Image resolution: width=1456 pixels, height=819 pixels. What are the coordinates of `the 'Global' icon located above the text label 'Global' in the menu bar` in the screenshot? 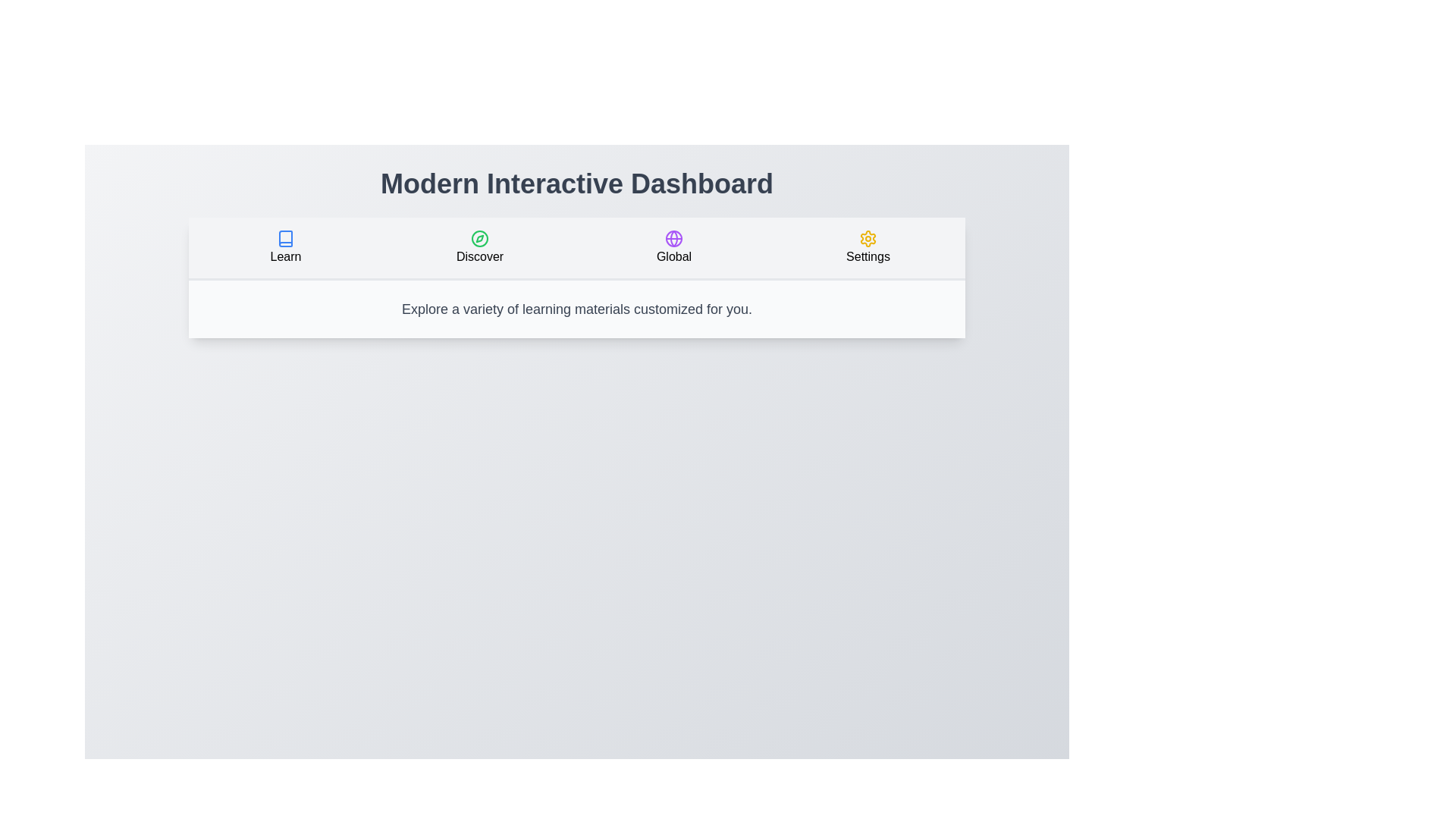 It's located at (673, 239).